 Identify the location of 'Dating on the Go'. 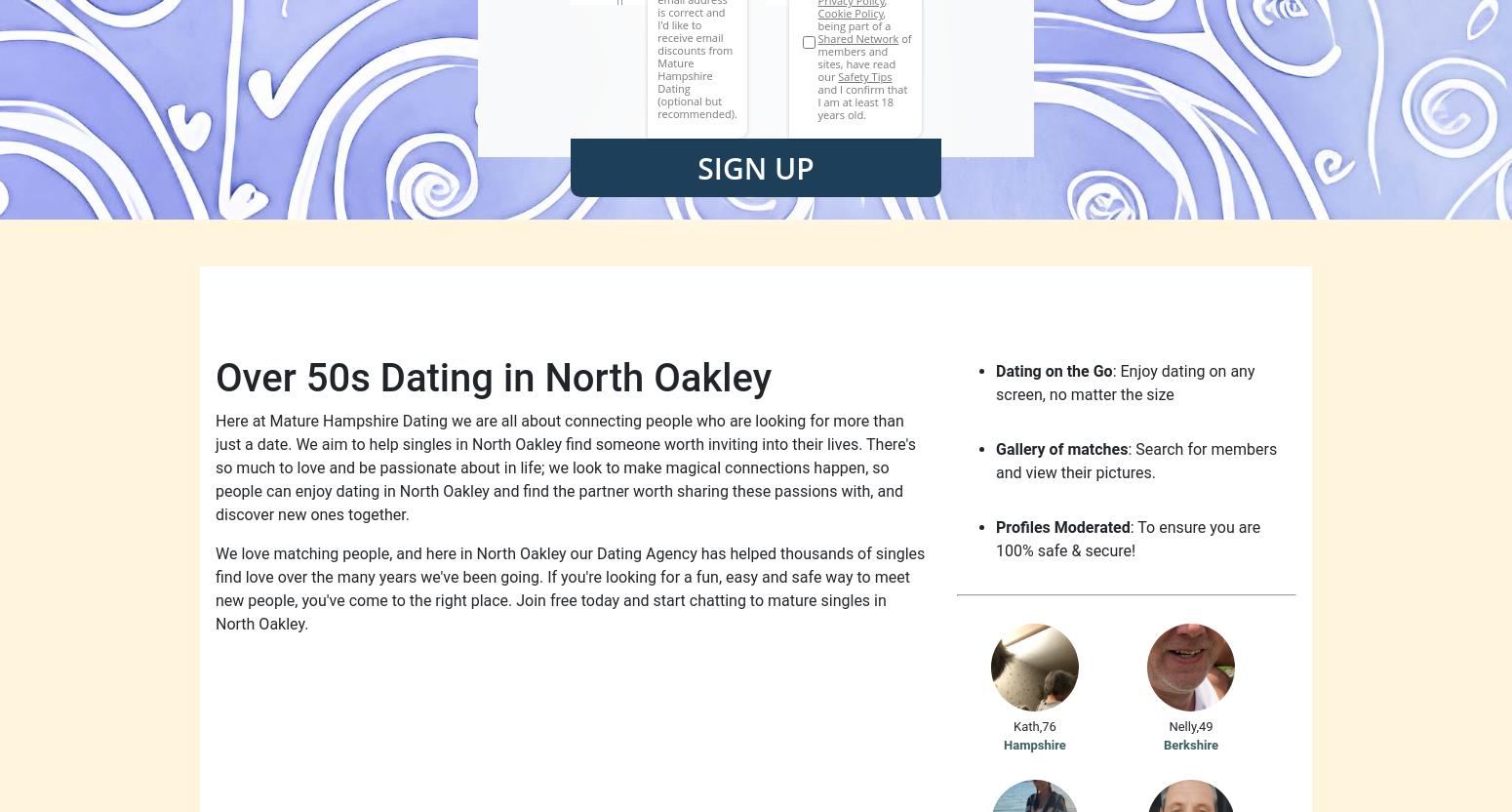
(1054, 370).